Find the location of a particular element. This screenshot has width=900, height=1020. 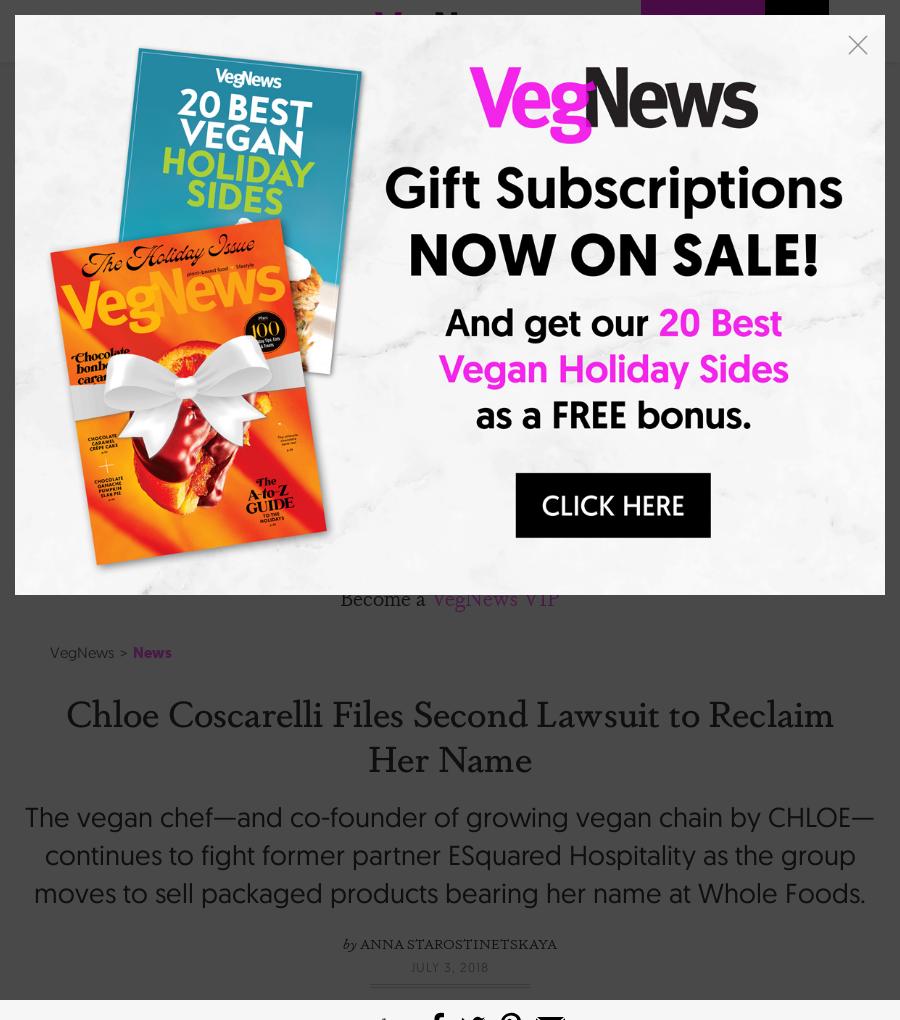

'Guides' is located at coordinates (180, 468).